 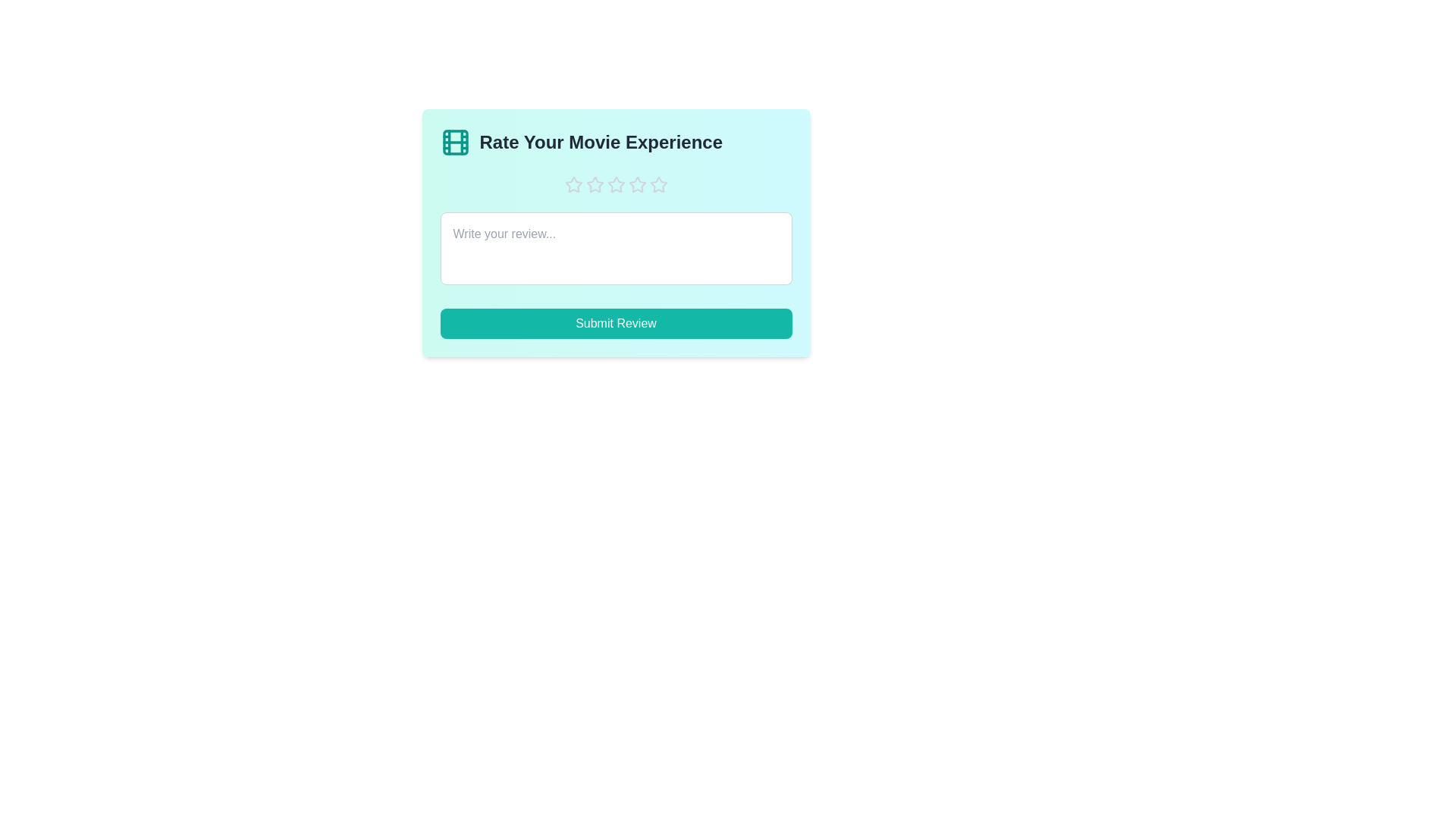 I want to click on the star corresponding to the rating 2 to set the movie experience rating, so click(x=594, y=184).